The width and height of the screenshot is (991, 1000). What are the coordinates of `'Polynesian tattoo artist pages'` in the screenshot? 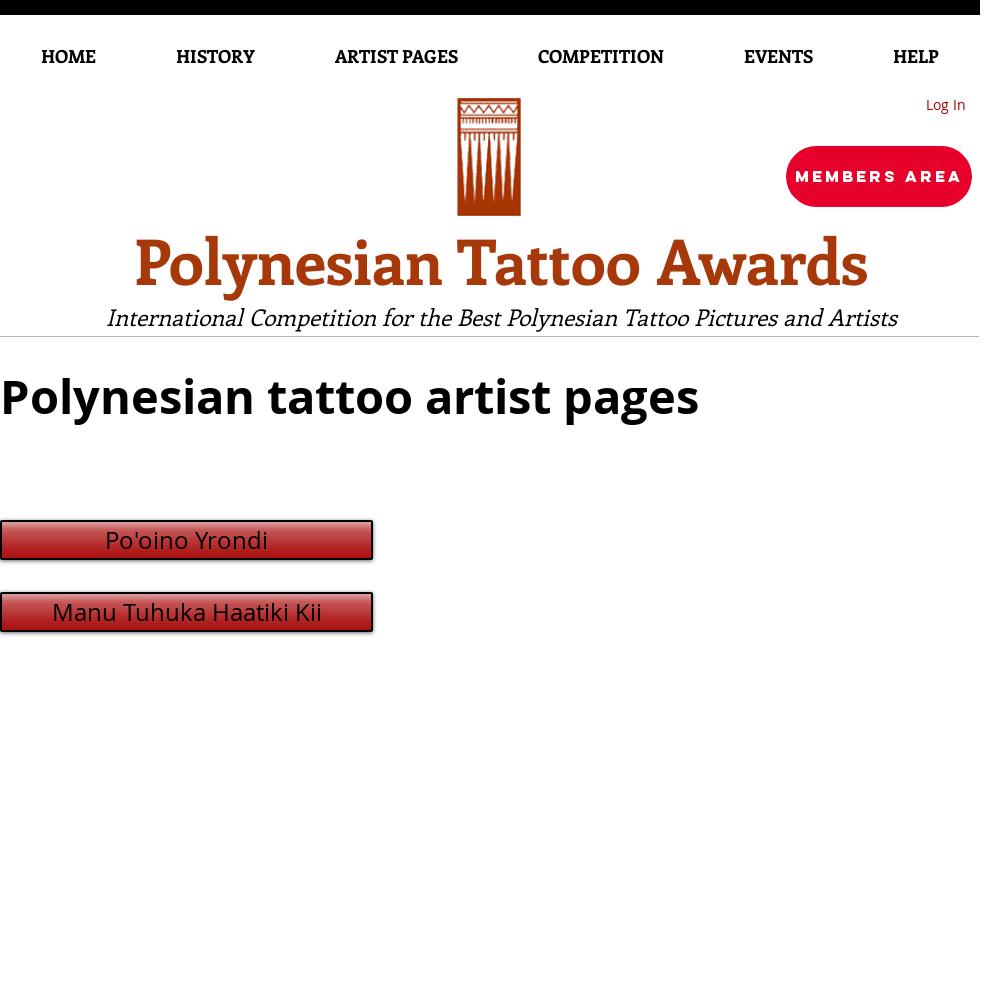 It's located at (349, 396).